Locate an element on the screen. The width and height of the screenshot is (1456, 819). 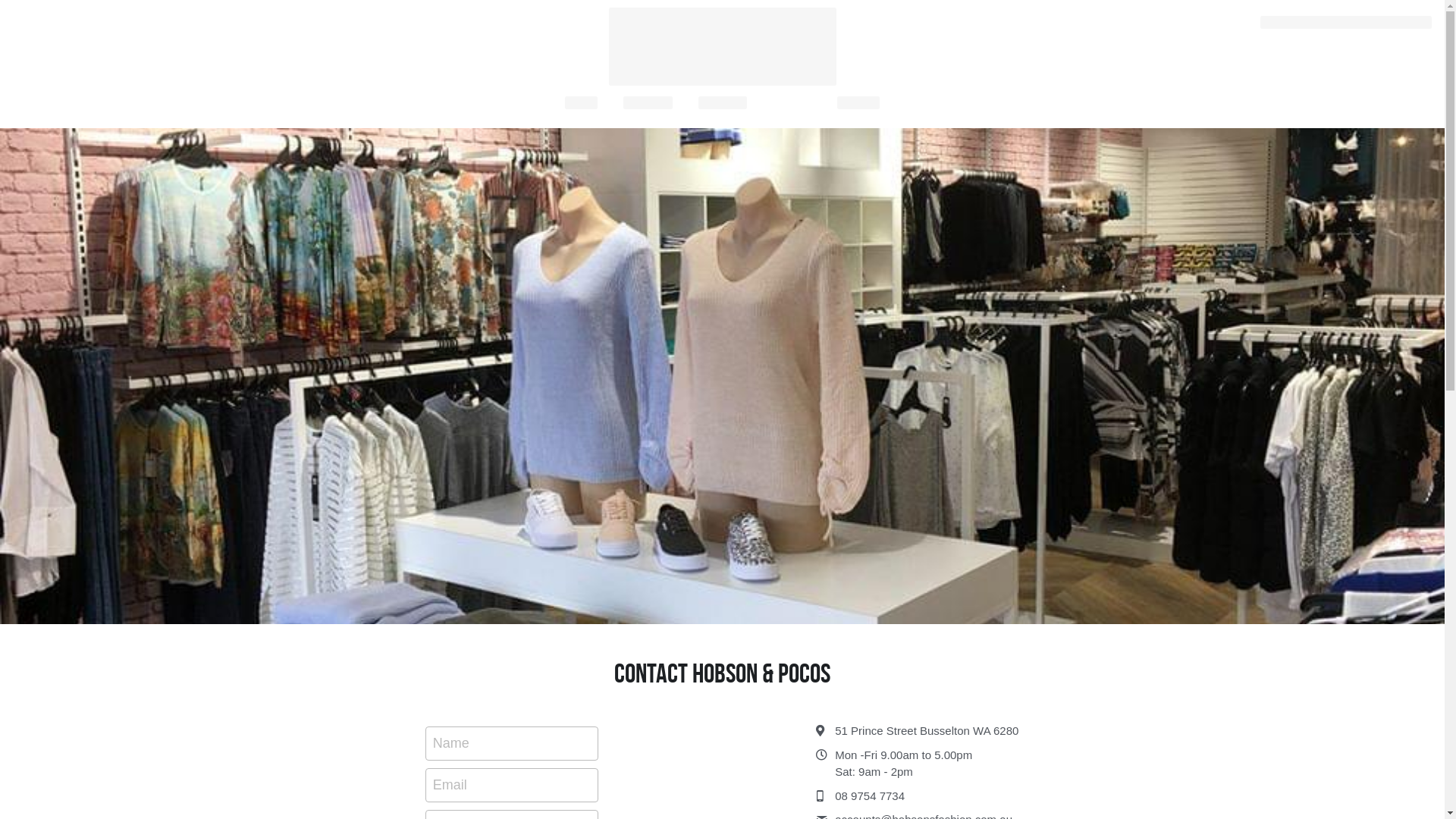
'About Us' is located at coordinates (648, 102).